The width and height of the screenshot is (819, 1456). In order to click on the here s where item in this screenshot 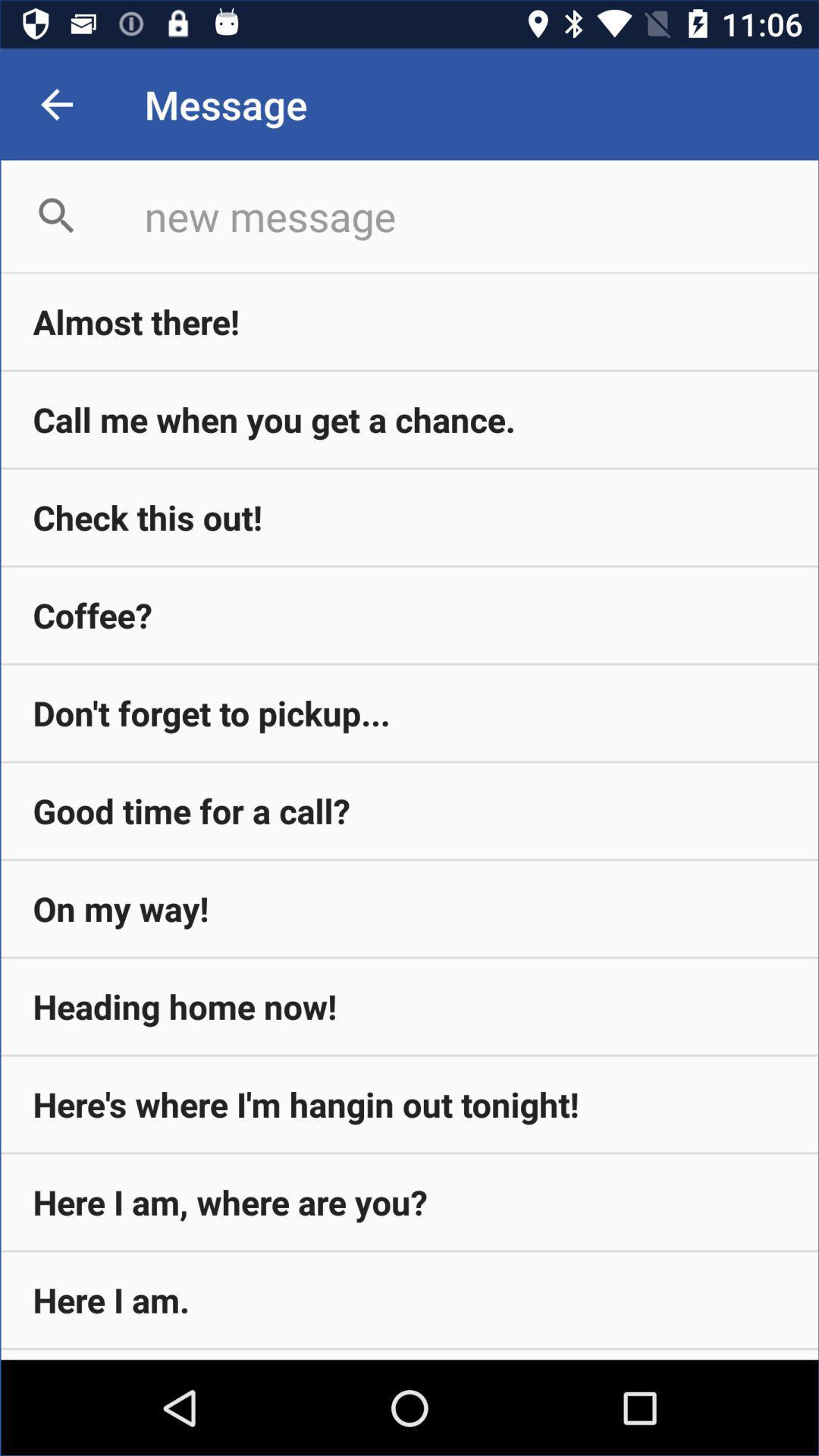, I will do `click(409, 1104)`.